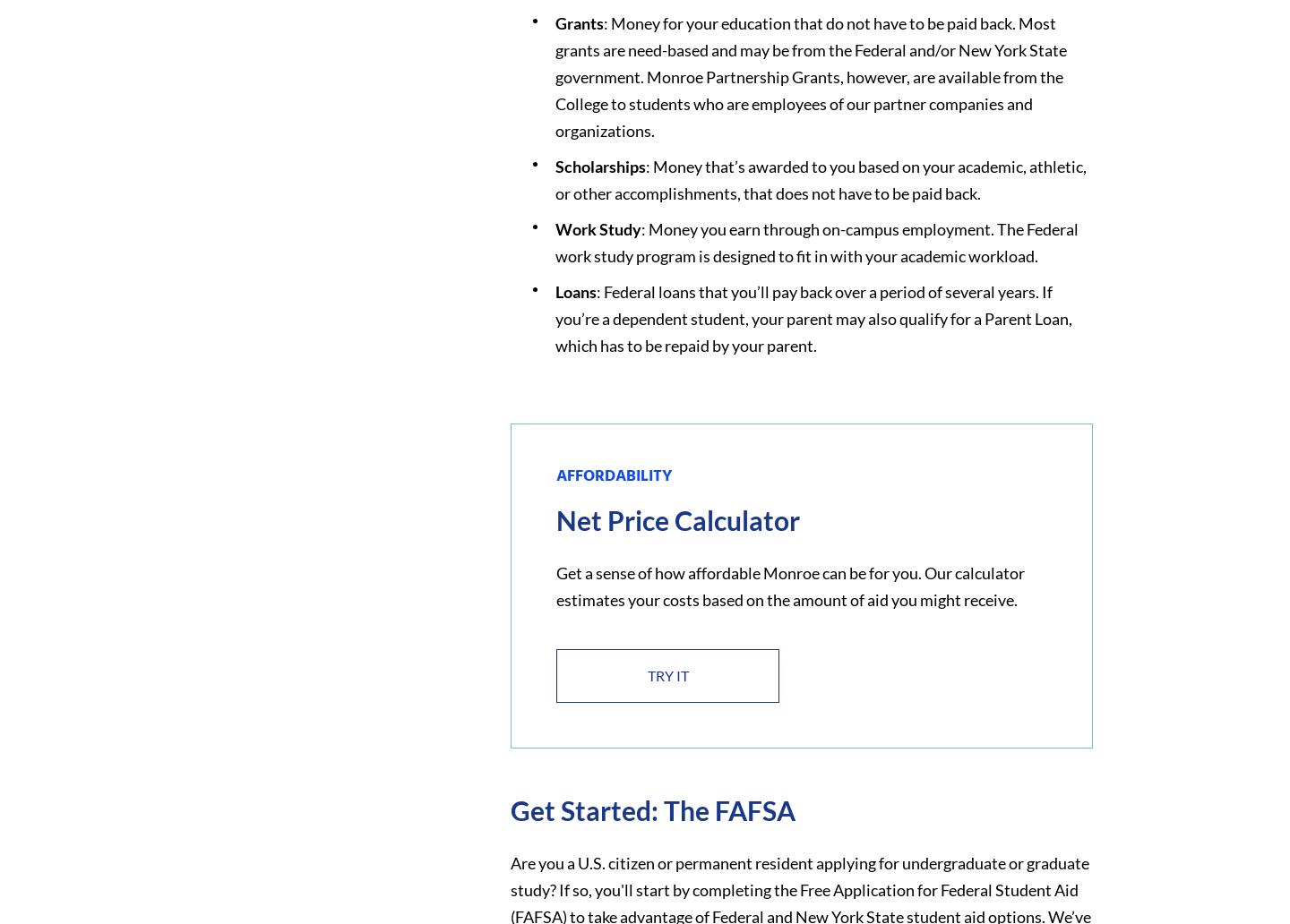  I want to click on 'Scholarships', so click(599, 165).